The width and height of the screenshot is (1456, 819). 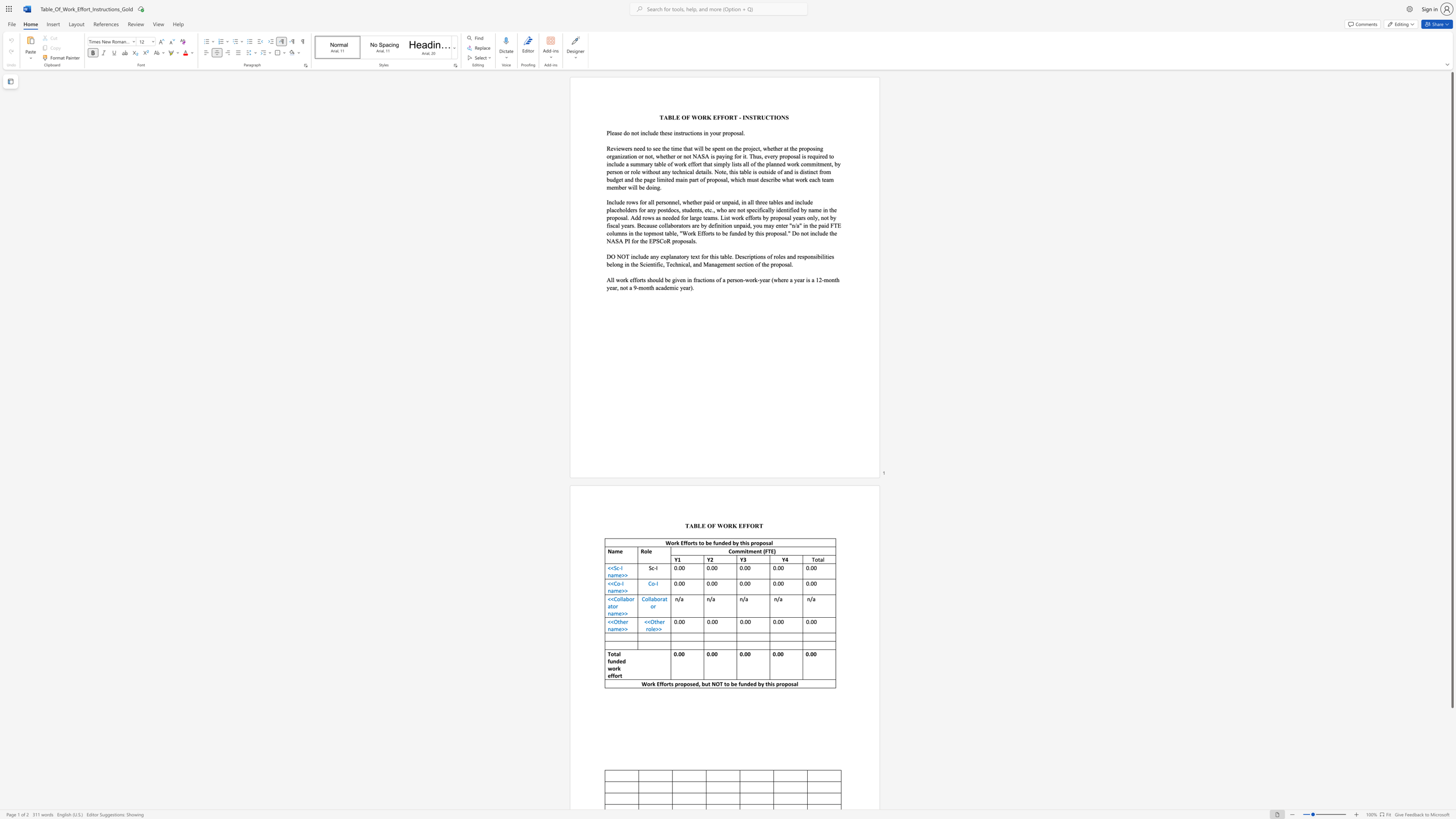 What do you see at coordinates (1451, 762) in the screenshot?
I see `the scrollbar to scroll the page down` at bounding box center [1451, 762].